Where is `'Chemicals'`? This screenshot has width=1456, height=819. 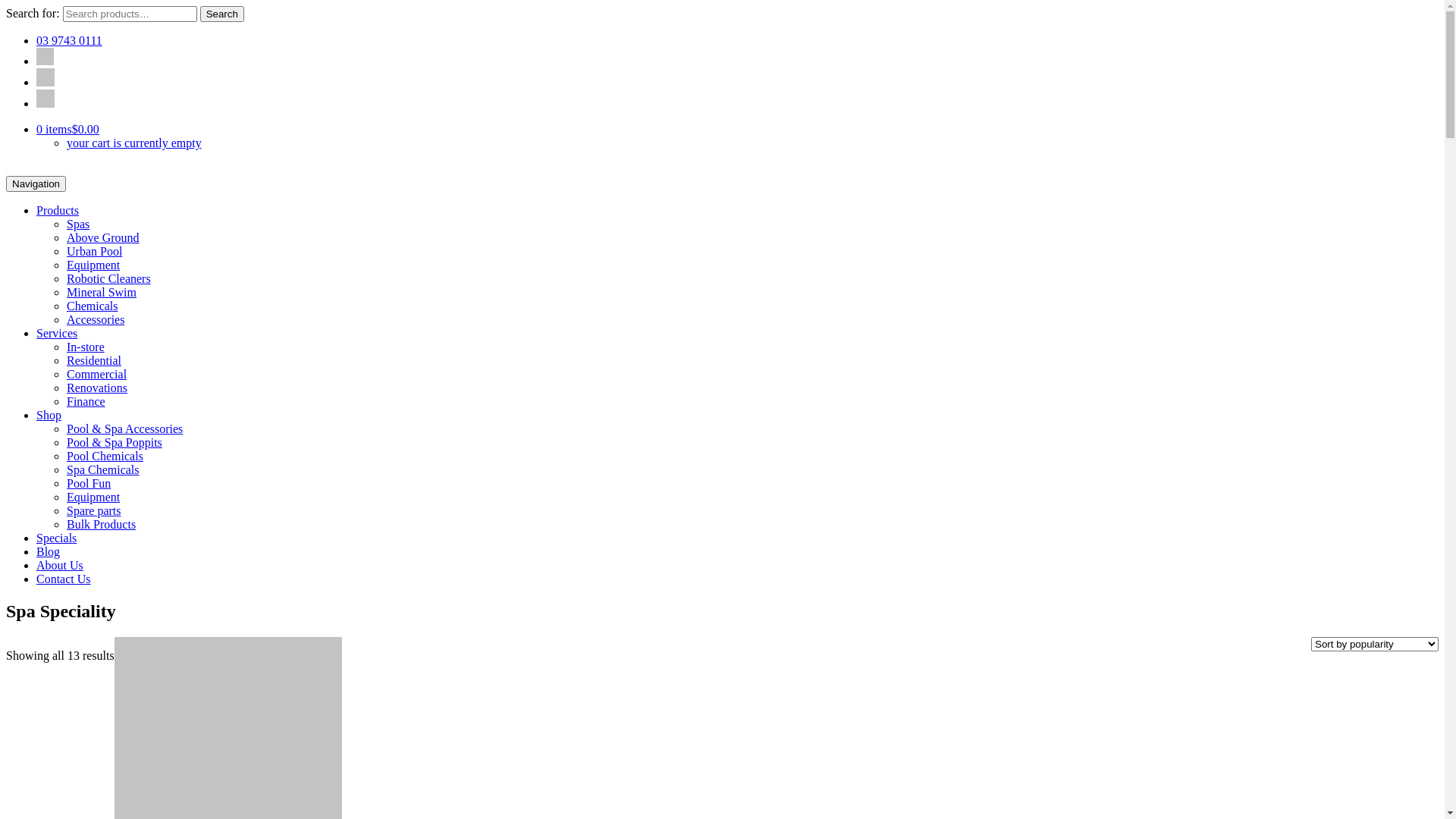
'Chemicals' is located at coordinates (65, 306).